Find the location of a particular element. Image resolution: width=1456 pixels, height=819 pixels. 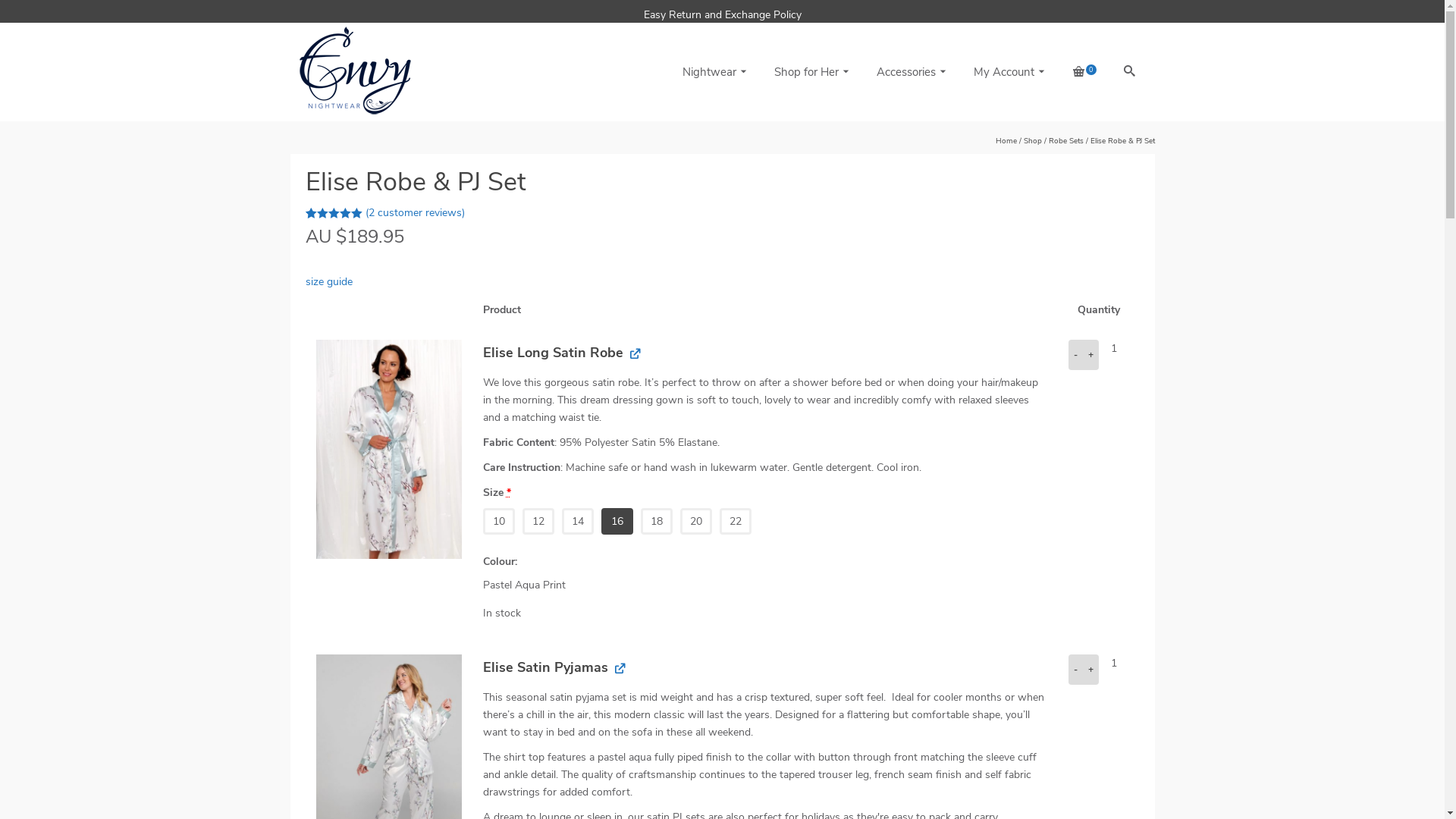

'(2 customer reviews)' is located at coordinates (415, 212).